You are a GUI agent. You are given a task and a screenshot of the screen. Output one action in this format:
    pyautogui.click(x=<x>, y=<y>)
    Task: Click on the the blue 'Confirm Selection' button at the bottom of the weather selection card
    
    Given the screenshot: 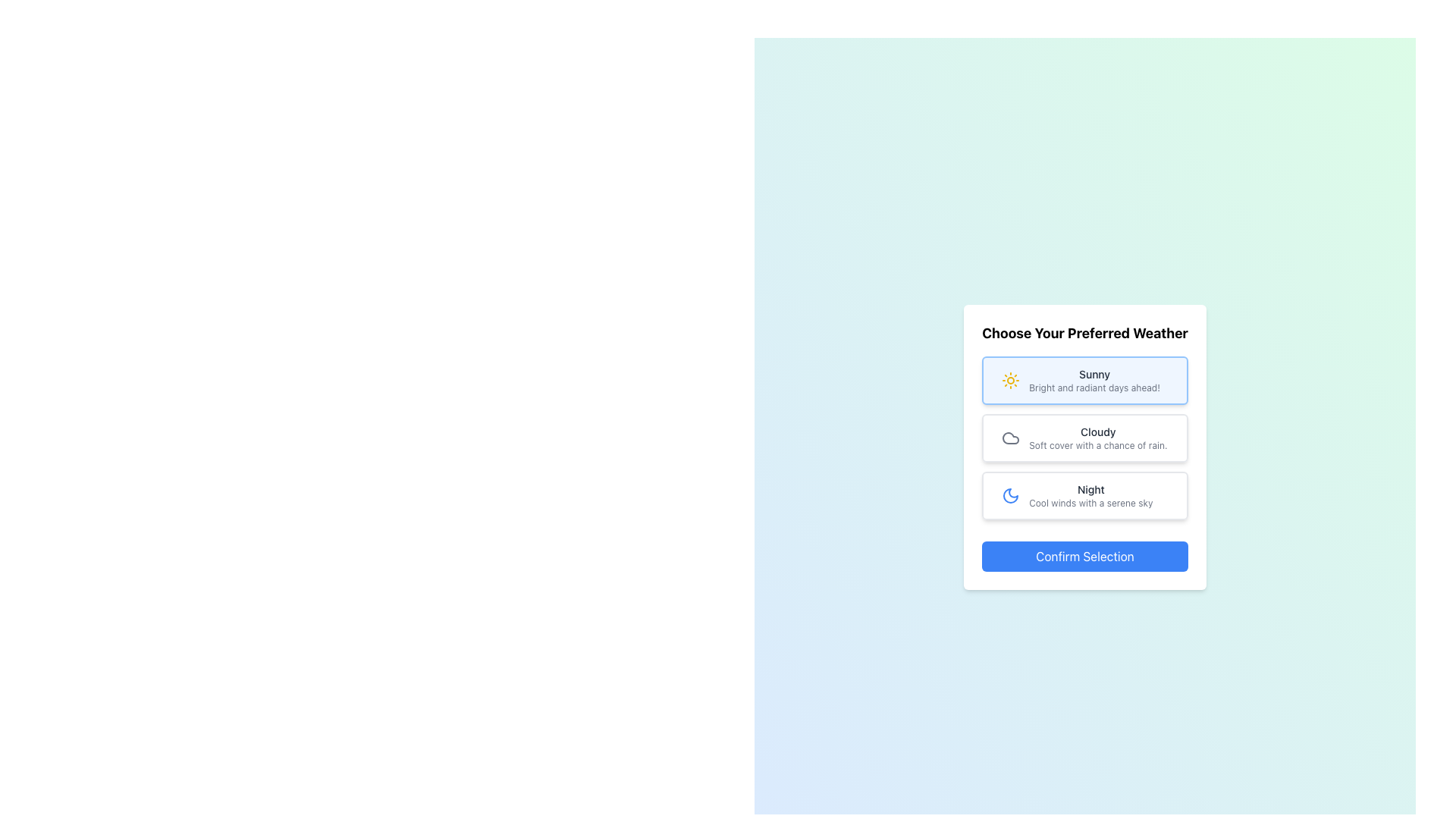 What is the action you would take?
    pyautogui.click(x=1084, y=556)
    